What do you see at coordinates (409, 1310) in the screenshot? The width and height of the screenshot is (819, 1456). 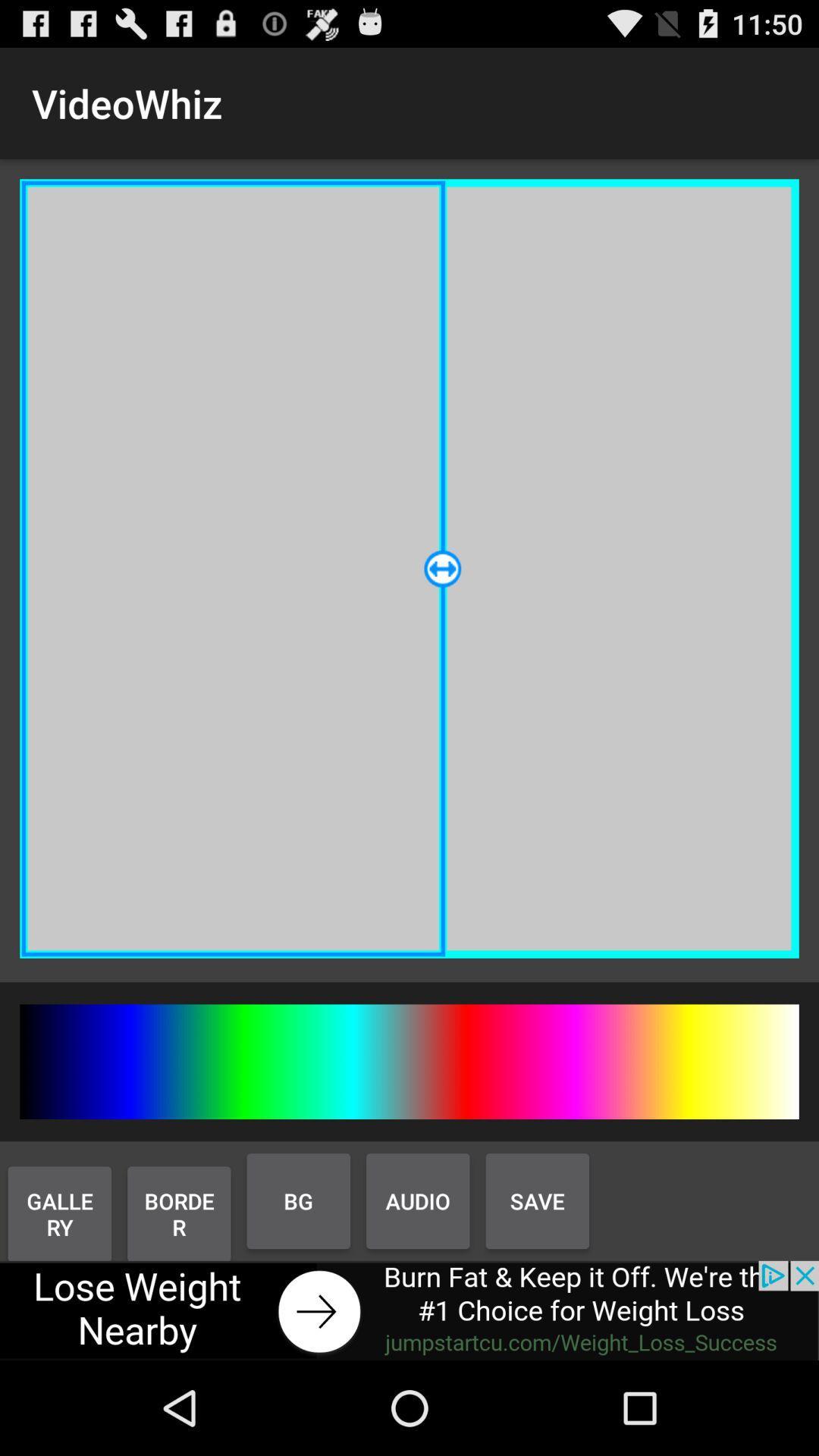 I see `see advertisement` at bounding box center [409, 1310].